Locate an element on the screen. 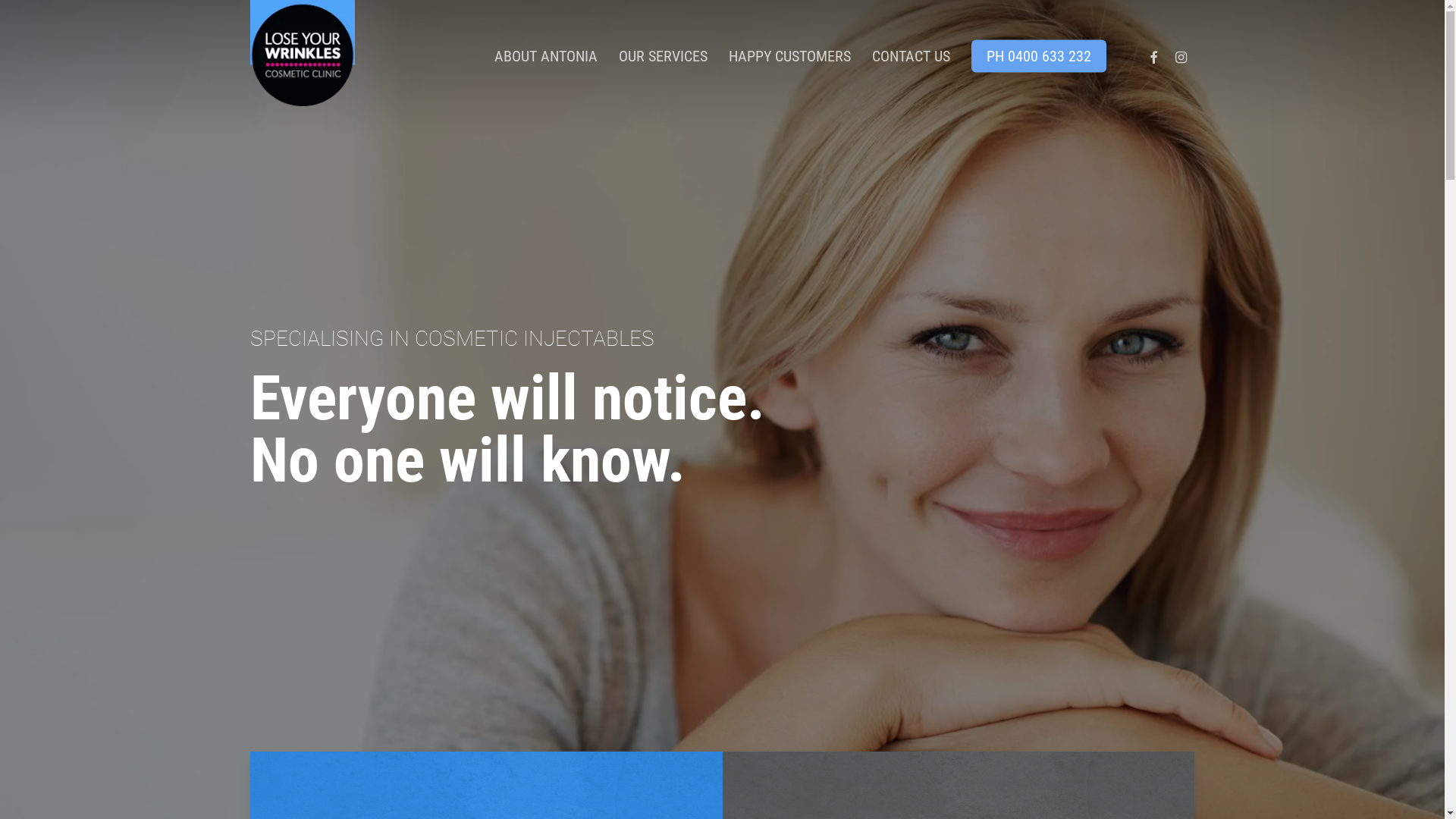  'ABOUT ANTONIA' is located at coordinates (546, 55).